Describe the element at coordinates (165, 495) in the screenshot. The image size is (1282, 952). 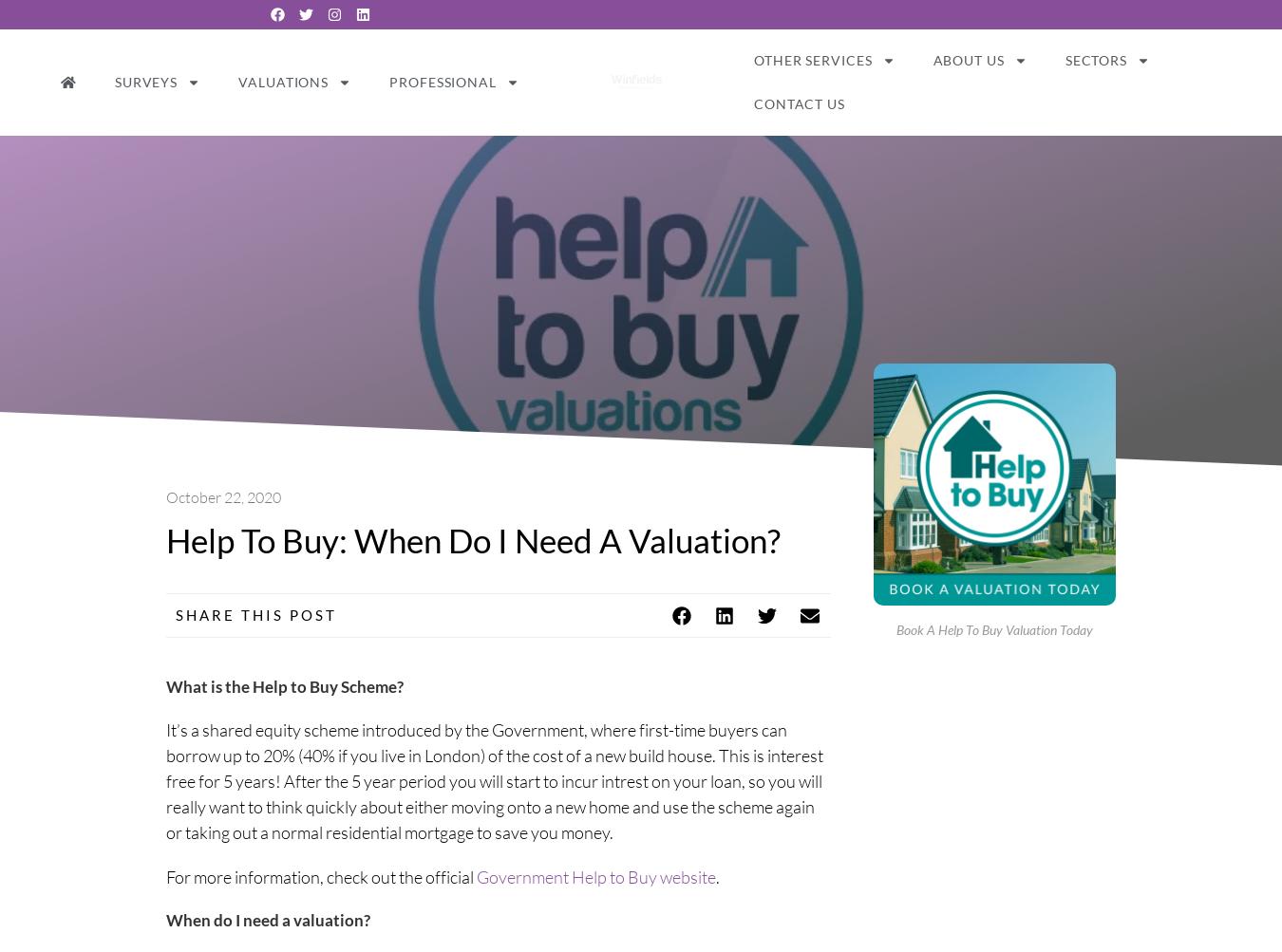
I see `'October 22, 2020'` at that location.